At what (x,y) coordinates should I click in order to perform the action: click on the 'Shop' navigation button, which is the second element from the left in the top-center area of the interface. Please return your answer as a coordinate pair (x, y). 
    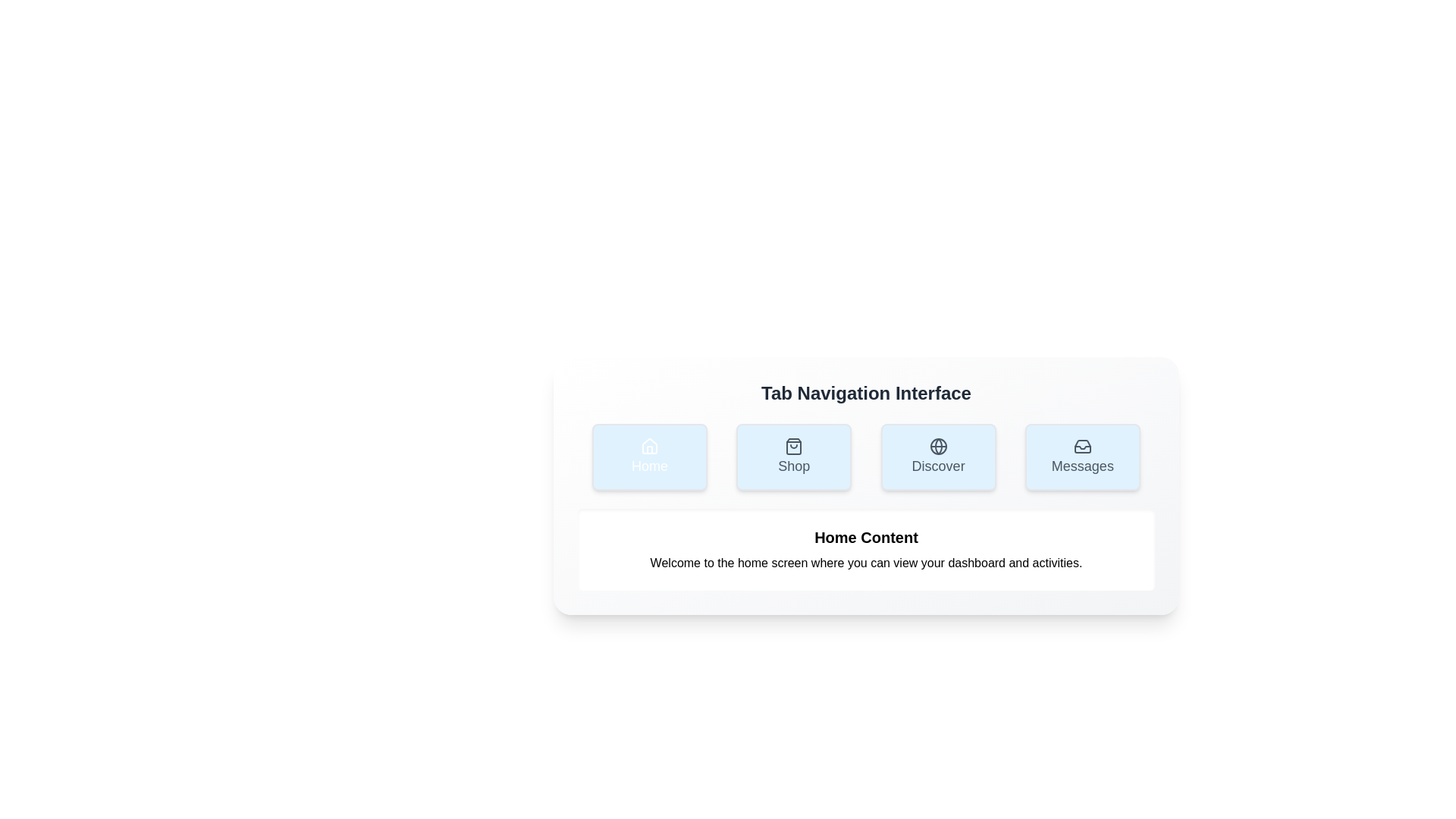
    Looking at the image, I should click on (793, 446).